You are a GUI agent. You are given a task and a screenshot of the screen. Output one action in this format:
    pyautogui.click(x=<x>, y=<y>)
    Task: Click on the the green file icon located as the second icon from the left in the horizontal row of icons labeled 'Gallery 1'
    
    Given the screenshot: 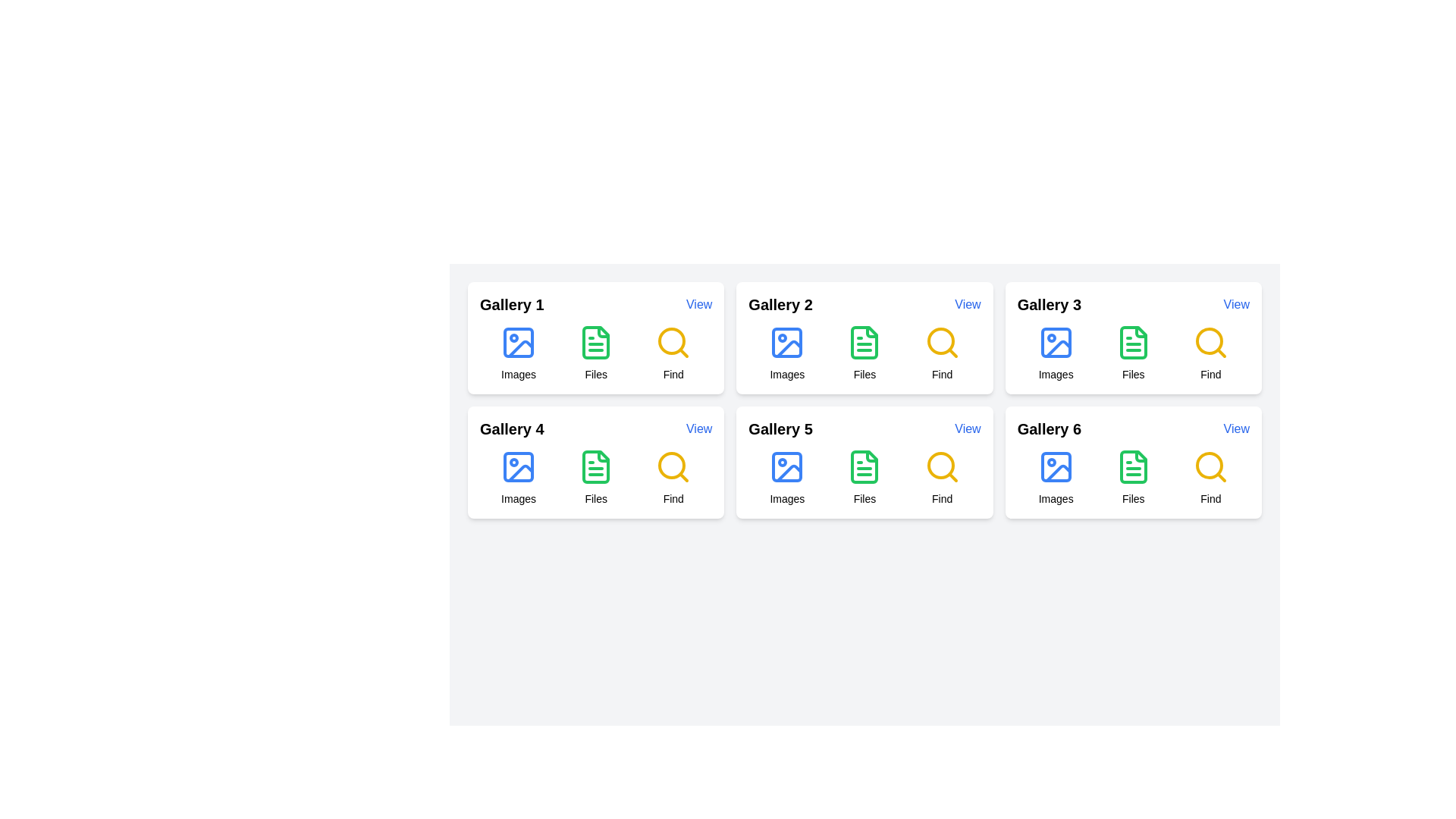 What is the action you would take?
    pyautogui.click(x=595, y=342)
    